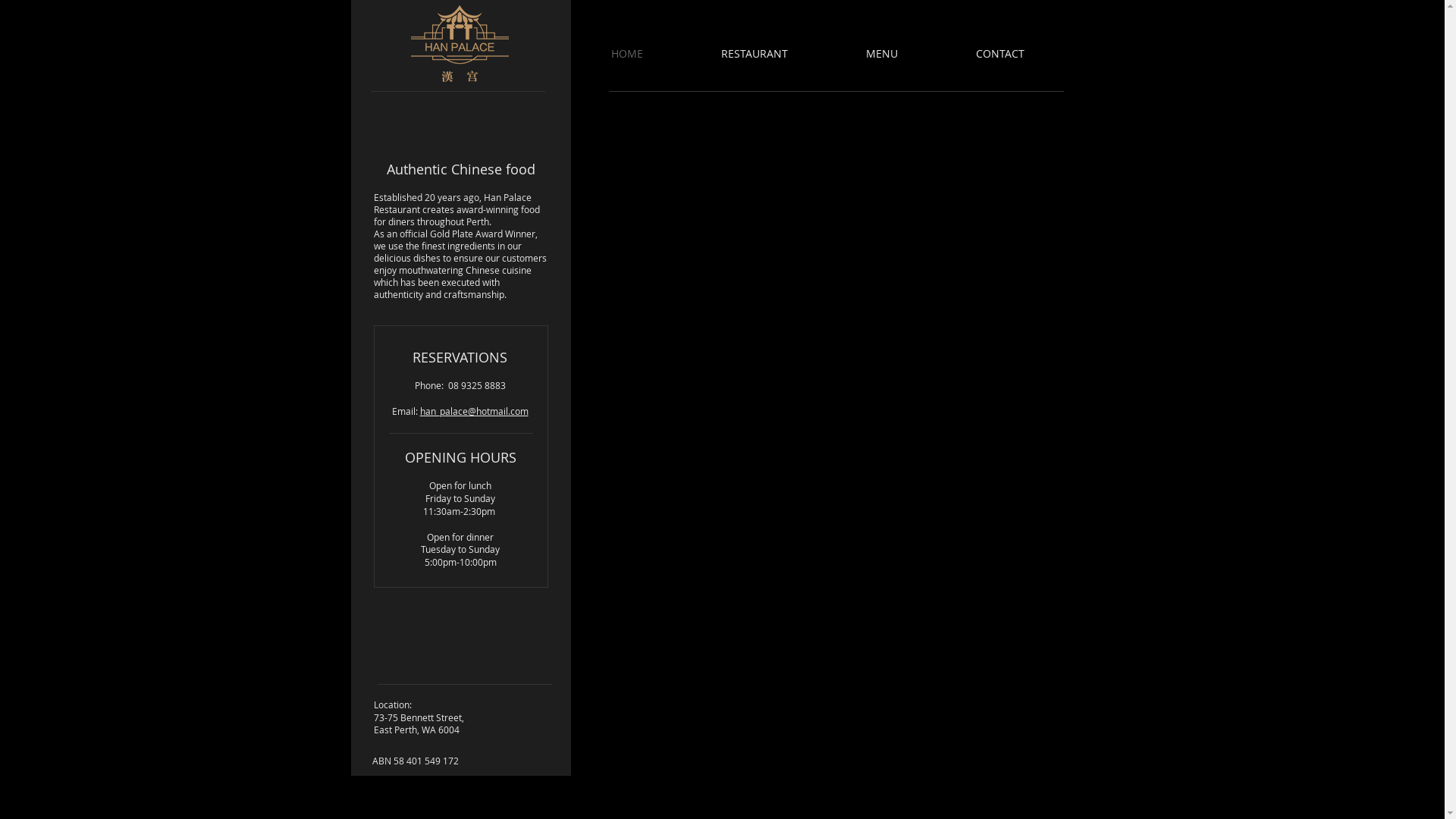 This screenshot has width=1456, height=819. What do you see at coordinates (777, 52) in the screenshot?
I see `'RESTAURANT'` at bounding box center [777, 52].